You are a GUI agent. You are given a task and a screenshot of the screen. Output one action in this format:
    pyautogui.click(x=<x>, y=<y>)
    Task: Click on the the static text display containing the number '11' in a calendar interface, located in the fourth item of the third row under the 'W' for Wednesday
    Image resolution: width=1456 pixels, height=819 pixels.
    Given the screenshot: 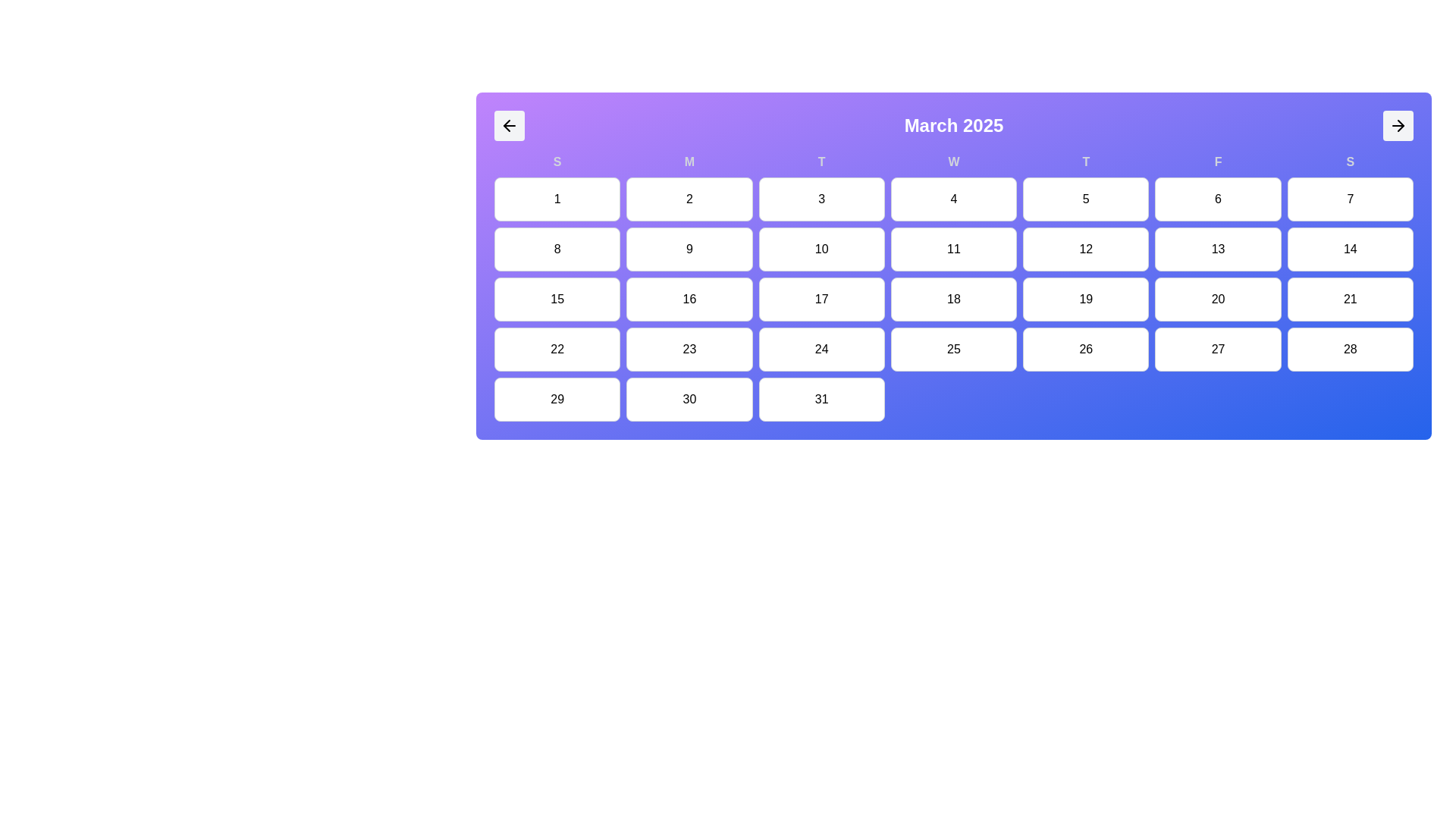 What is the action you would take?
    pyautogui.click(x=952, y=248)
    